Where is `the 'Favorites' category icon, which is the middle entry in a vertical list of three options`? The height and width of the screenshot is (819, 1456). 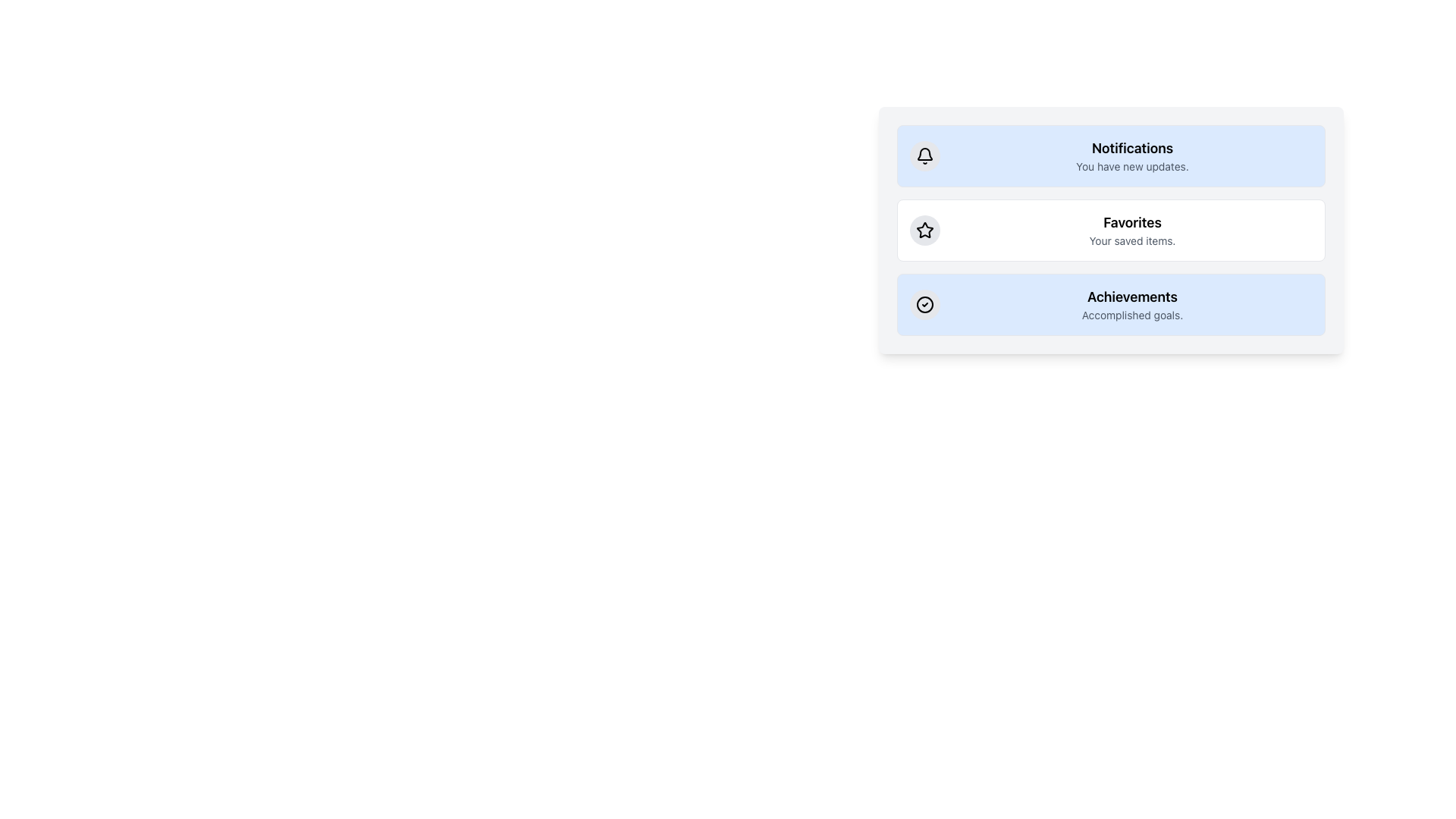 the 'Favorites' category icon, which is the middle entry in a vertical list of three options is located at coordinates (924, 231).